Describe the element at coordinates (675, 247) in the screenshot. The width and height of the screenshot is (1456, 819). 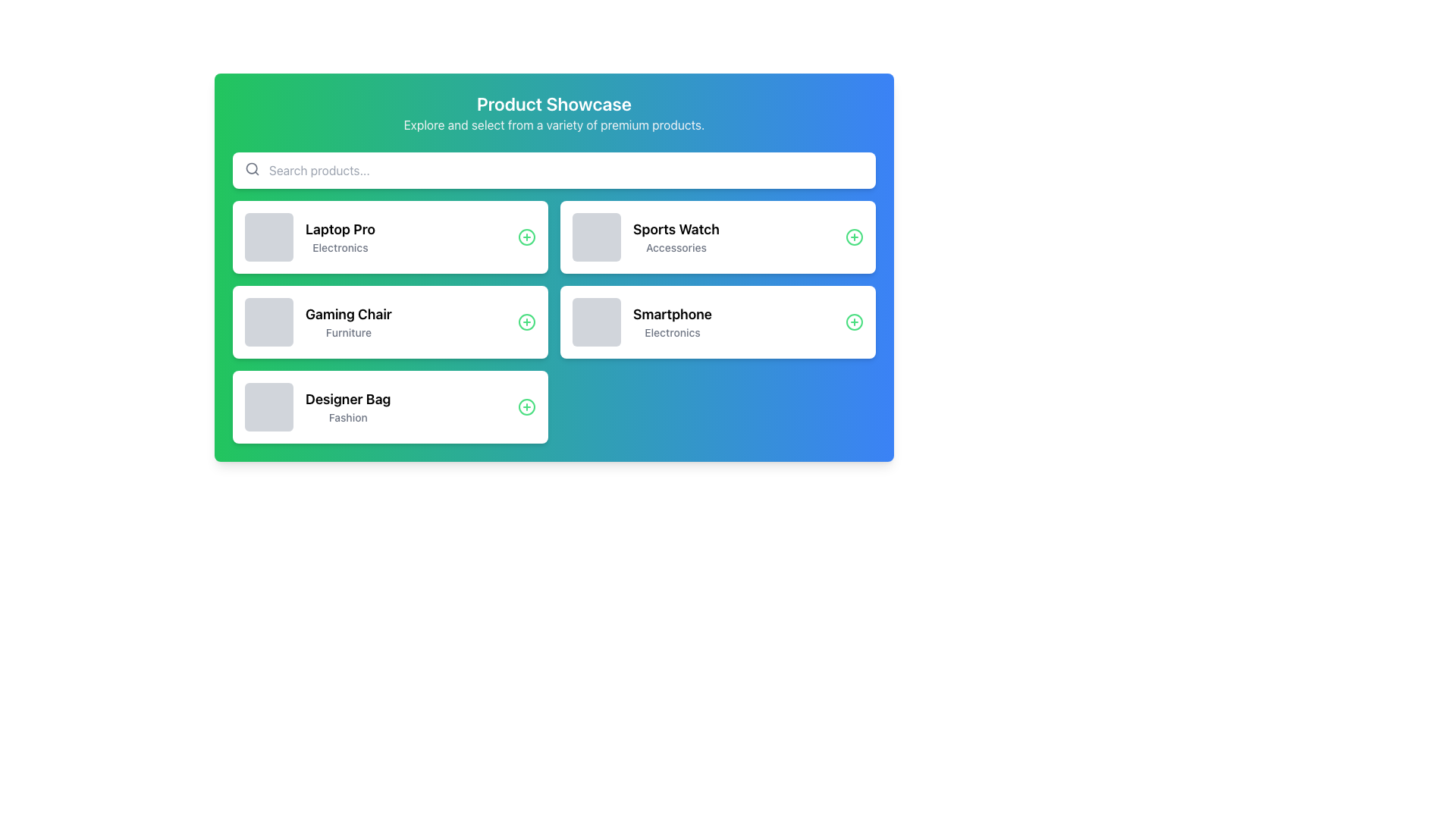
I see `the Static Text Label that describes the 'Sports Watch' item, located directly below the 'Sports Watch' text in the right-side card of the second row in the grid layout` at that location.